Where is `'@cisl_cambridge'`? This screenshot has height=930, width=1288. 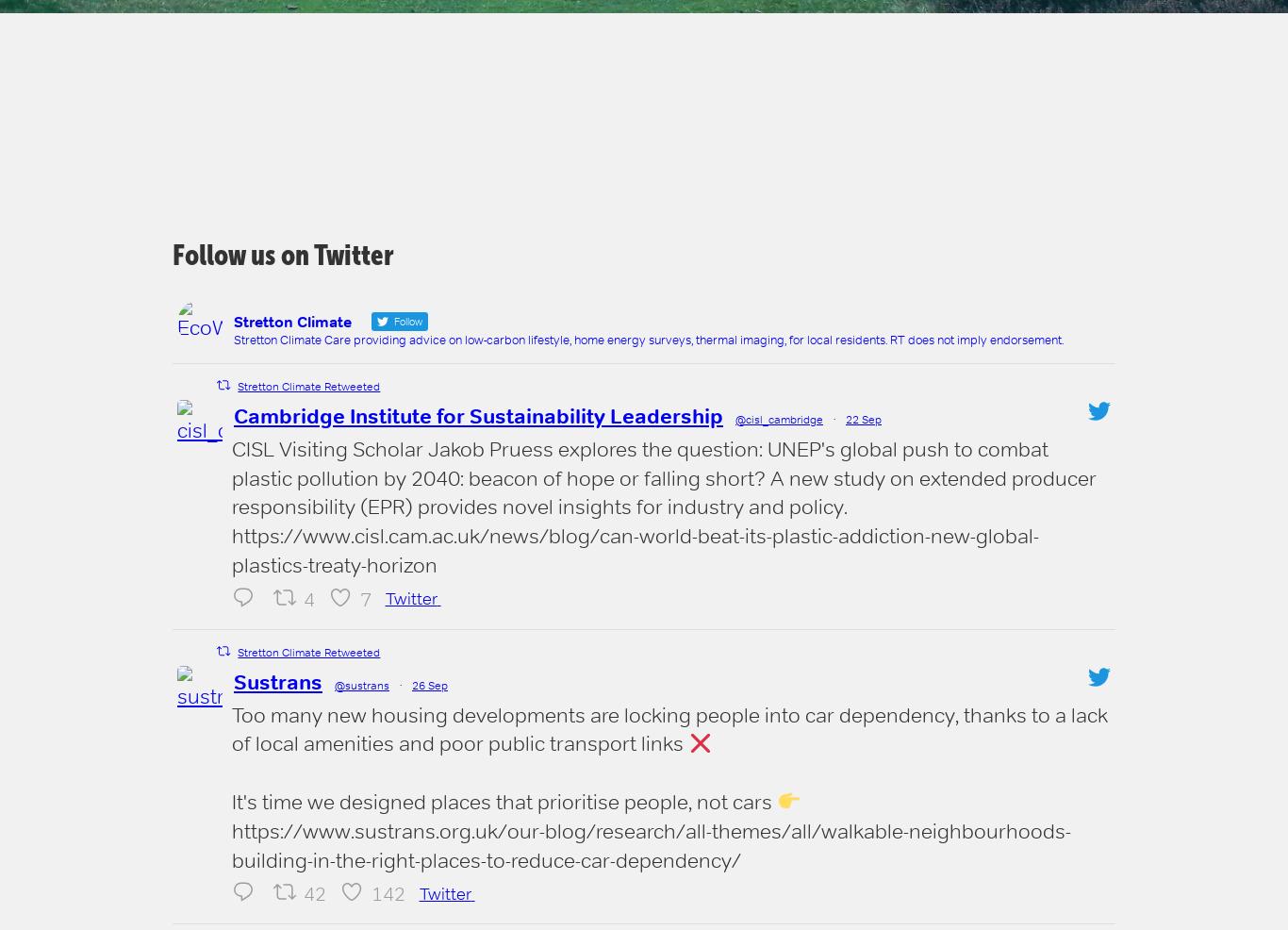 '@cisl_cambridge' is located at coordinates (778, 418).